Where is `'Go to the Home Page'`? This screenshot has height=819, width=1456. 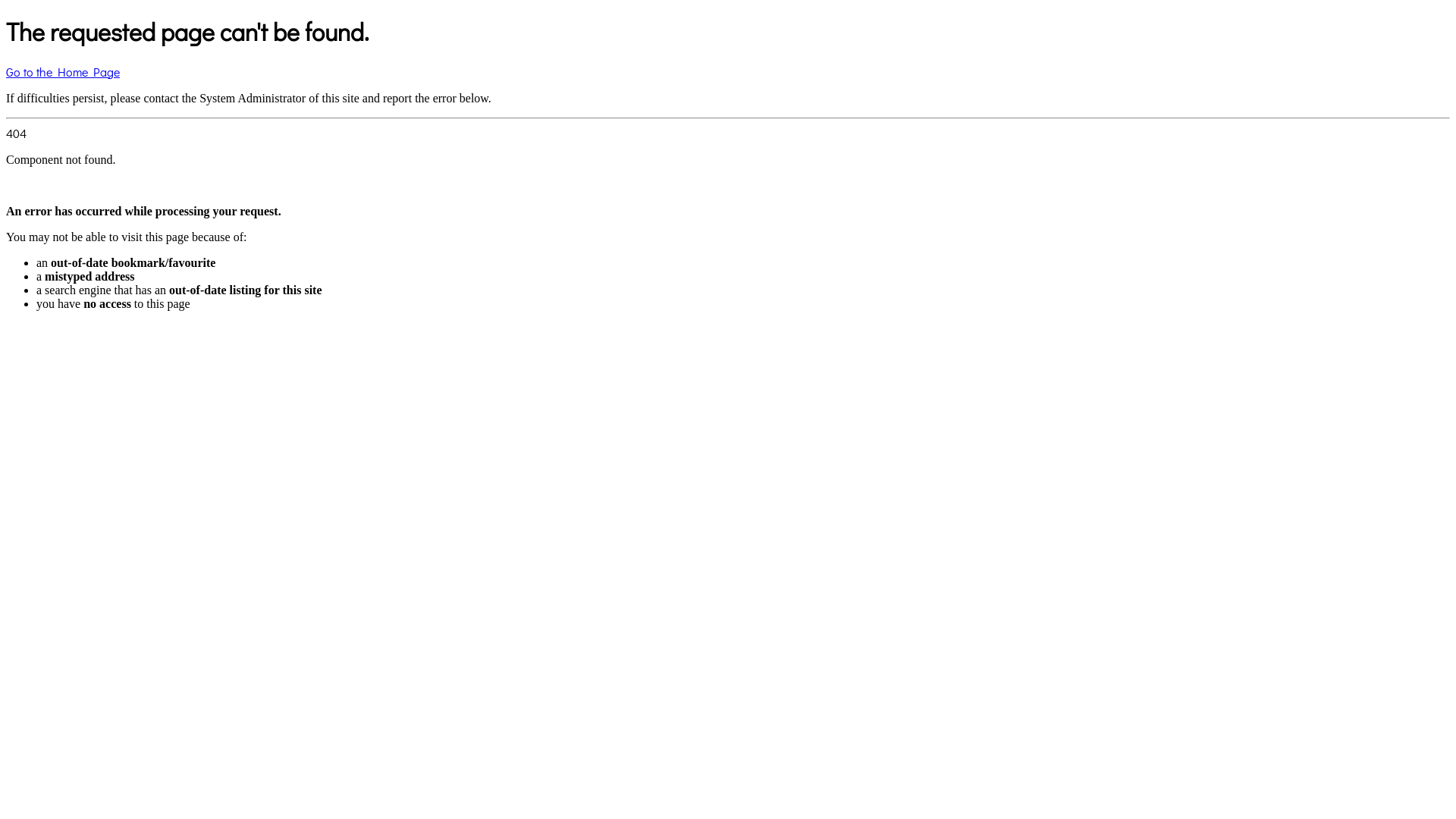
'Go to the Home Page' is located at coordinates (61, 71).